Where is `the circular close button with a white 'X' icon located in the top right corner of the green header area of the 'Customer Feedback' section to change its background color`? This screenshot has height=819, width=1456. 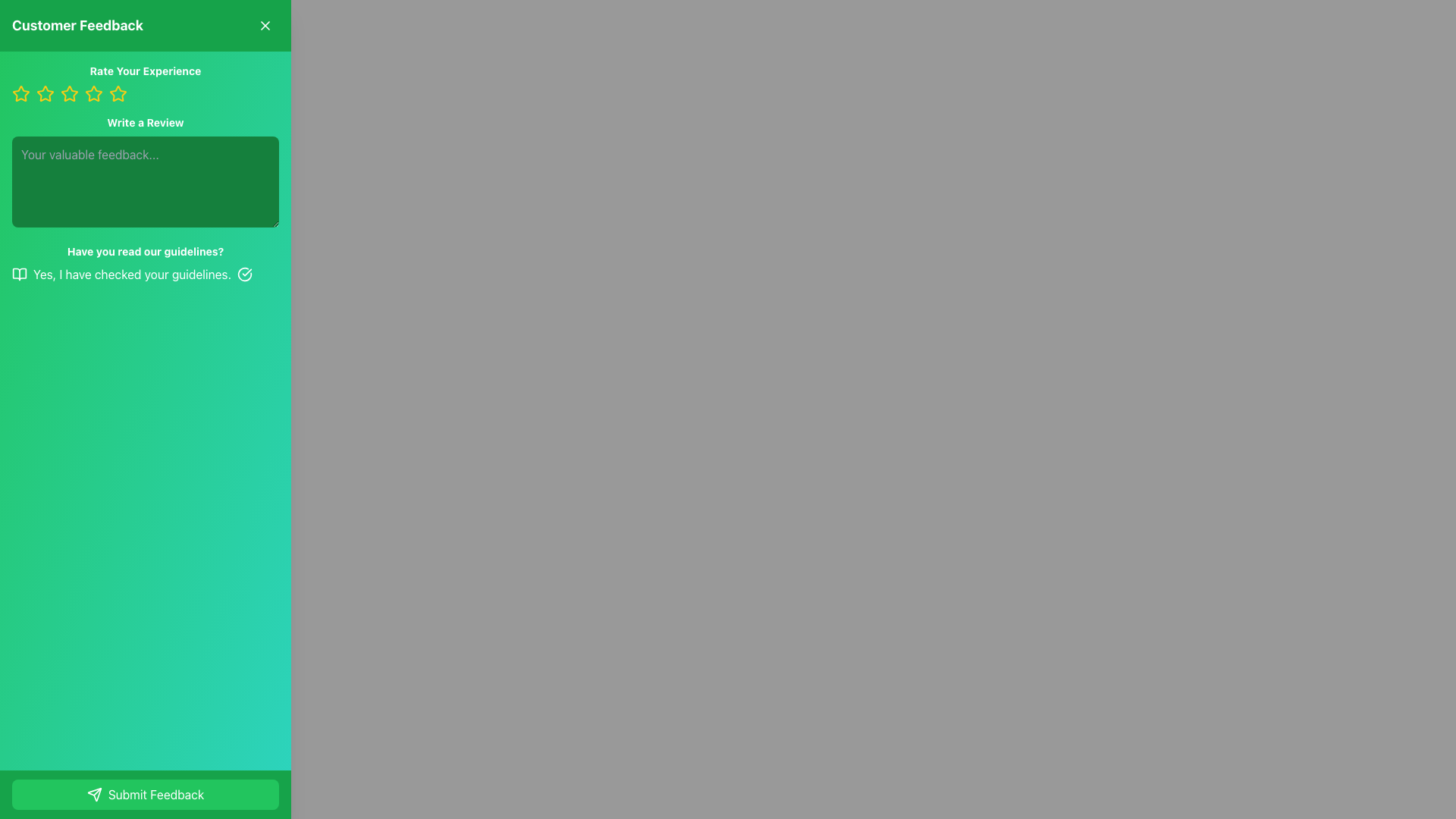
the circular close button with a white 'X' icon located in the top right corner of the green header area of the 'Customer Feedback' section to change its background color is located at coordinates (265, 26).